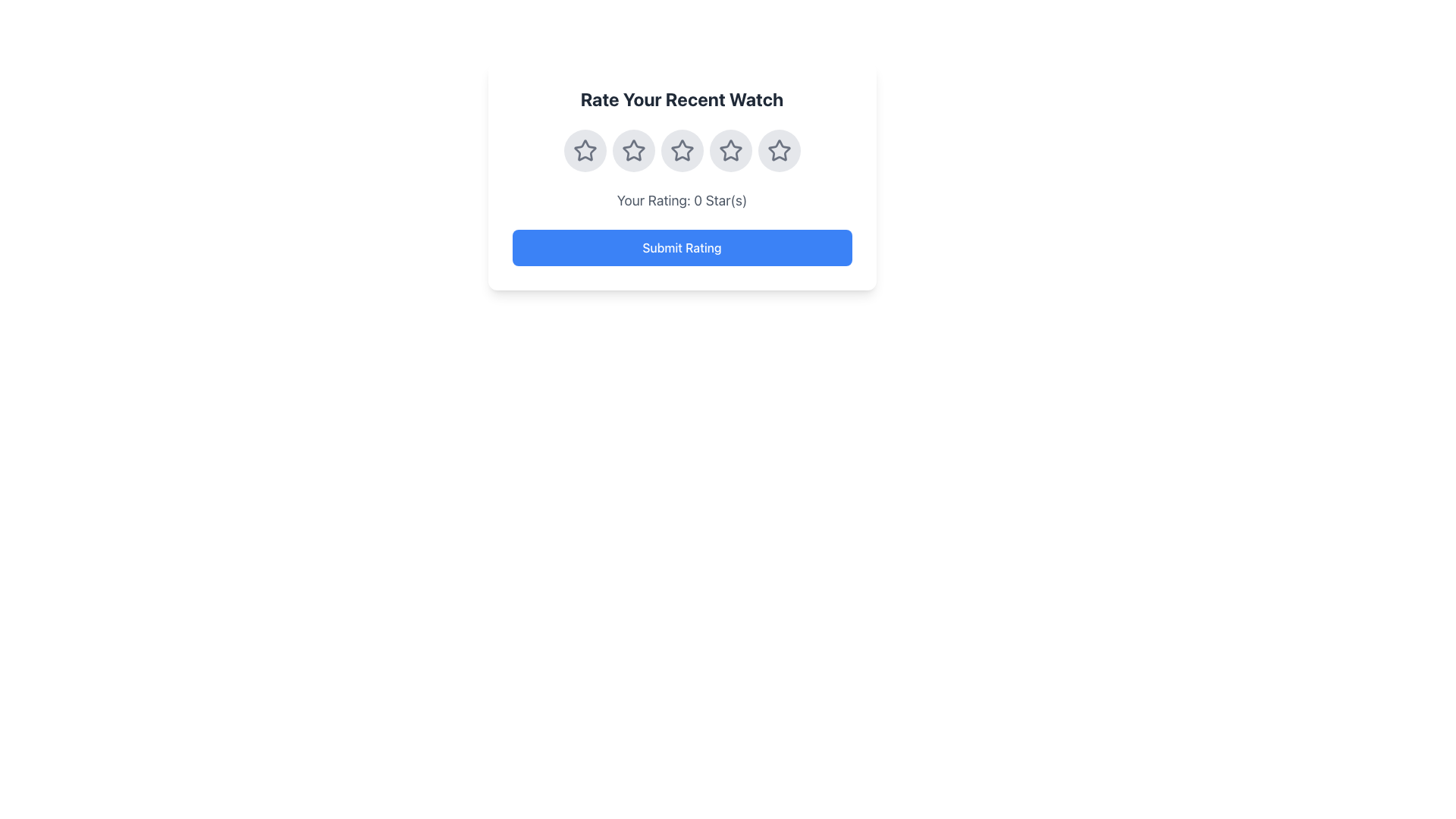  Describe the element at coordinates (730, 151) in the screenshot. I see `the fourth star button in the rating selector` at that location.